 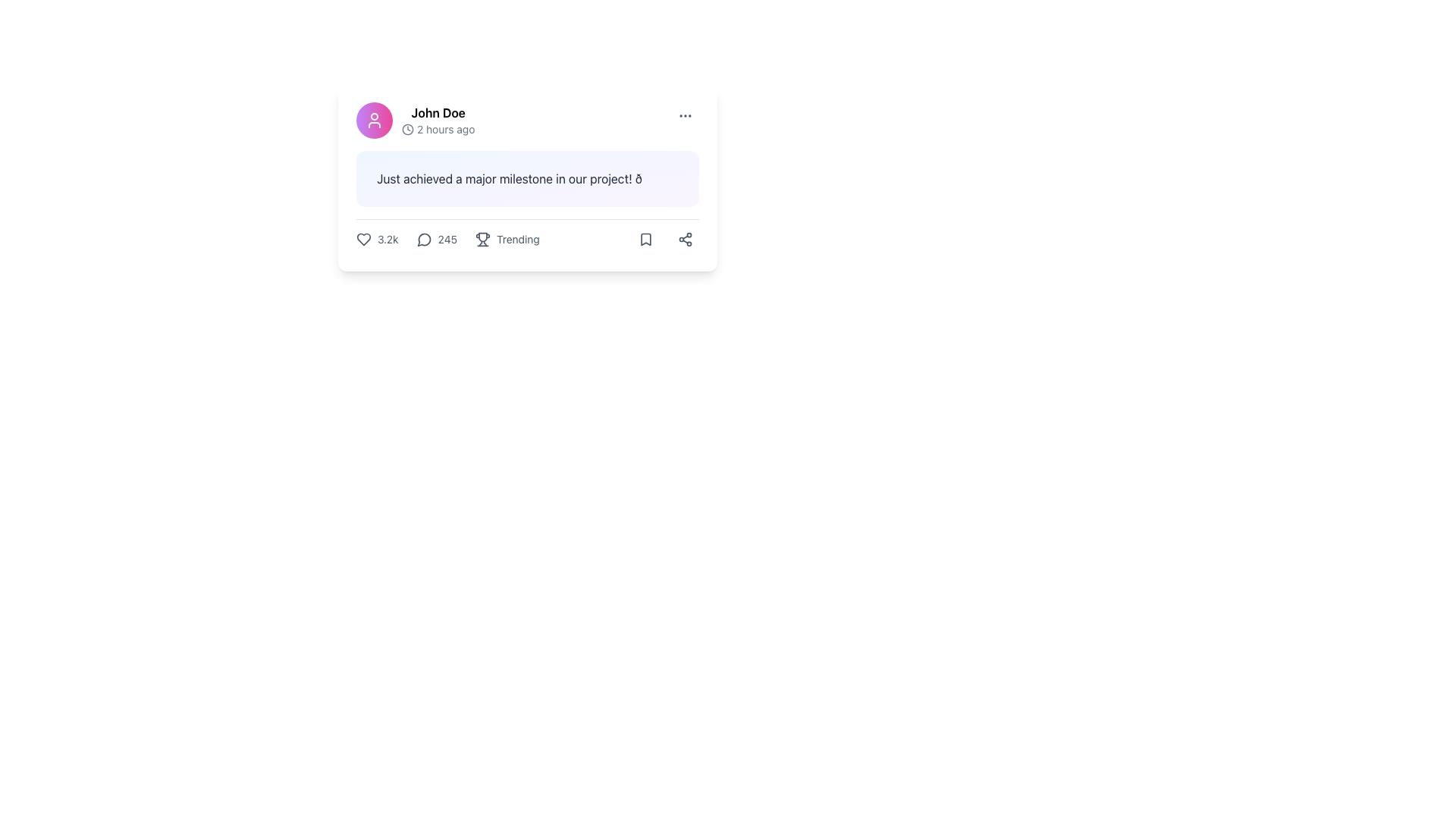 What do you see at coordinates (507, 239) in the screenshot?
I see `the third button in the horizontal section that signifies trending status to change its icon color` at bounding box center [507, 239].